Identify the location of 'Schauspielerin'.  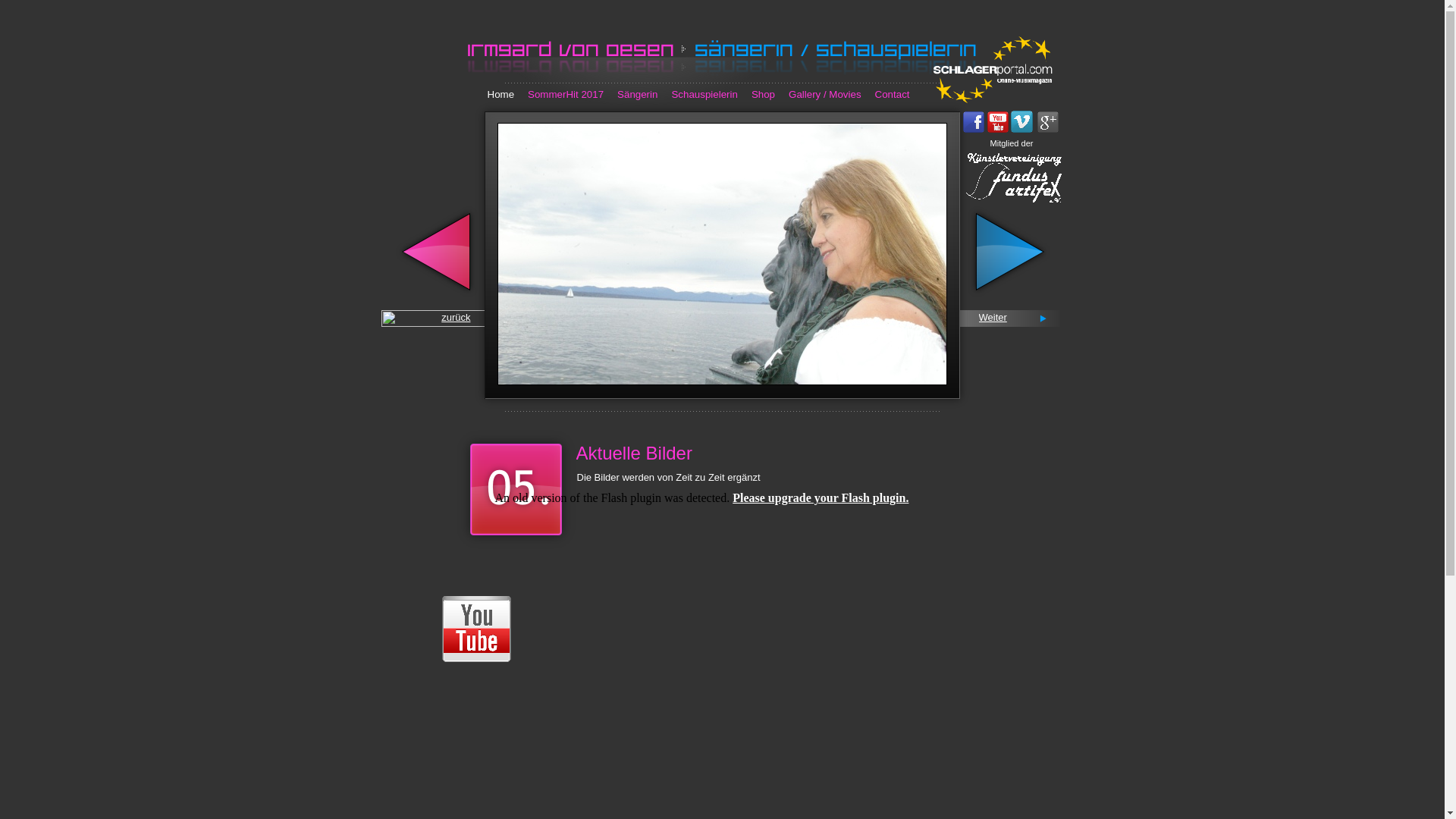
(667, 94).